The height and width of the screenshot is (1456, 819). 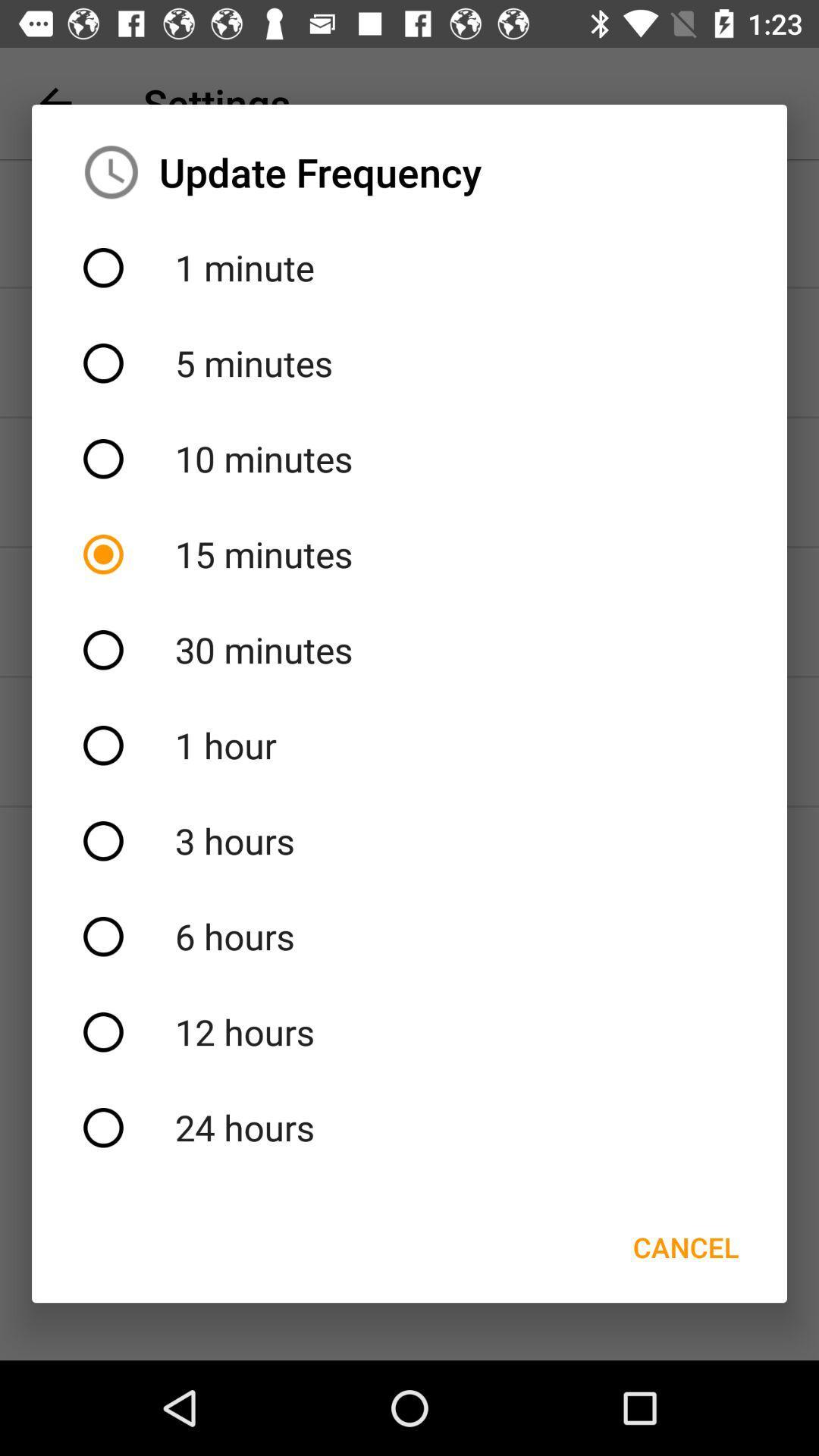 I want to click on cancel item, so click(x=686, y=1247).